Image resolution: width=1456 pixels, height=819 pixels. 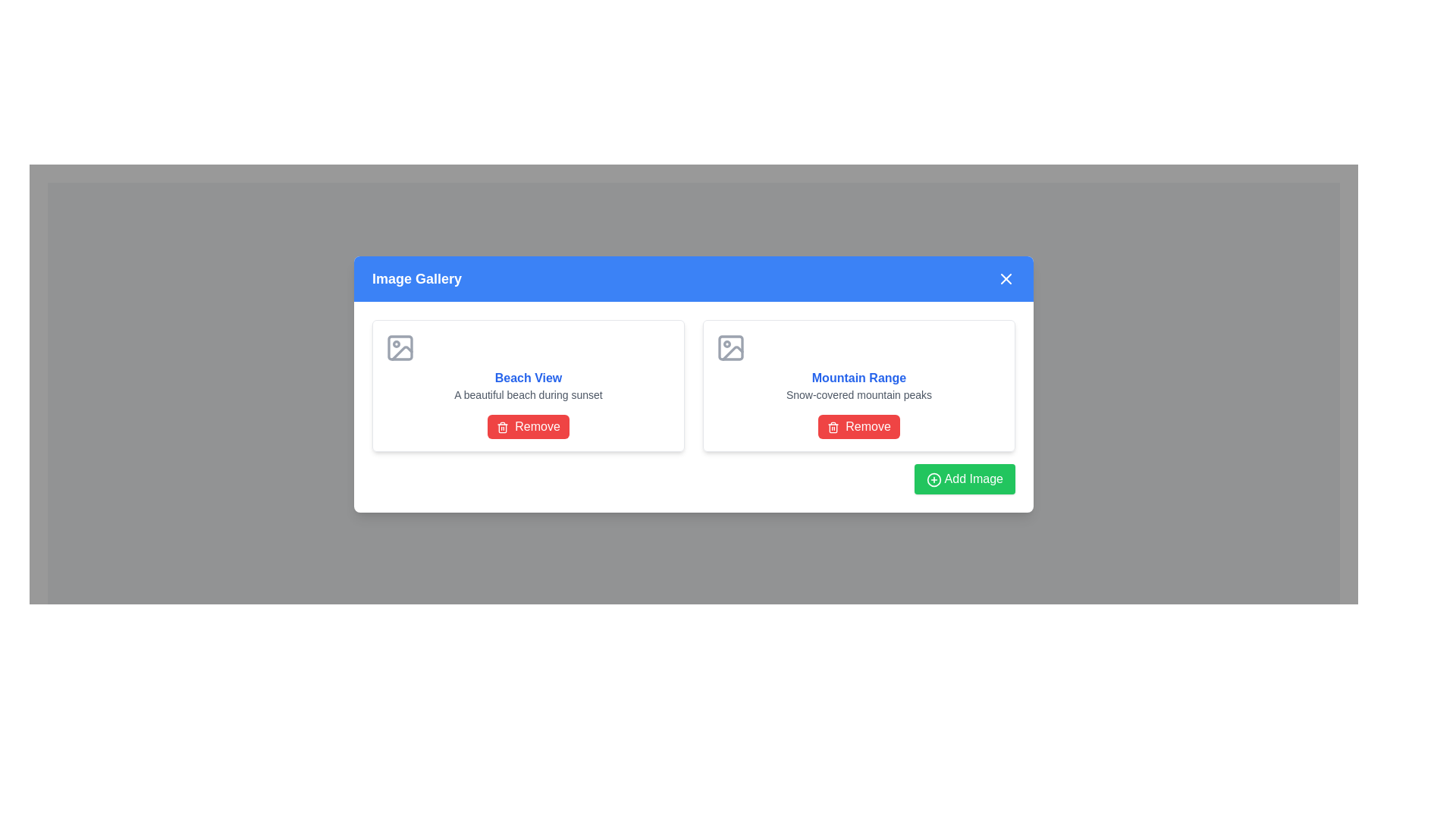 I want to click on the close button located in the top-right corner of the blue title bar of the image gallery dialog box, so click(x=1006, y=278).